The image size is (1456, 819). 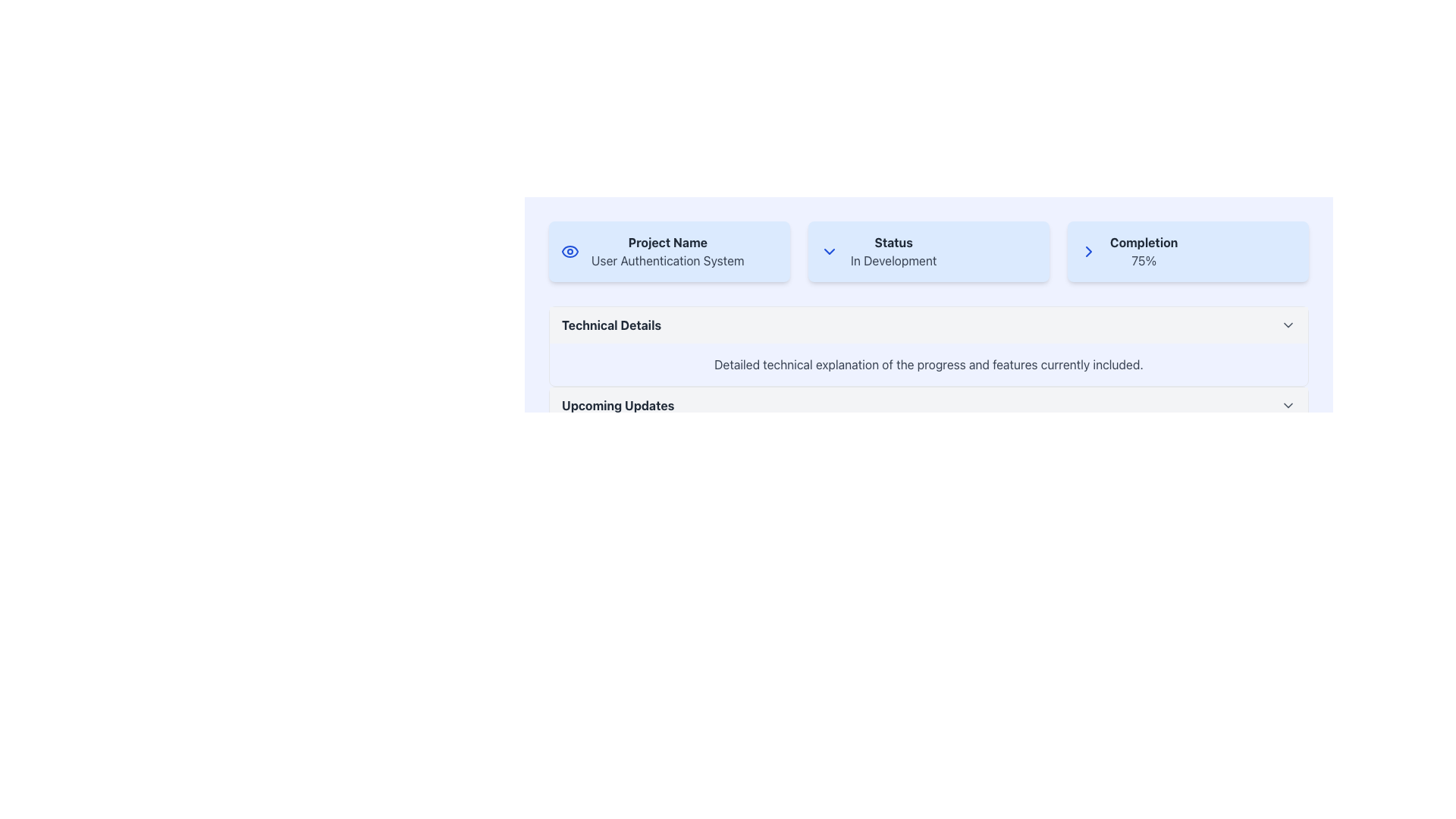 What do you see at coordinates (927, 365) in the screenshot?
I see `the Static text element displaying technical progress and features, which is styled in gray font and located below the 'Technical Details' header` at bounding box center [927, 365].